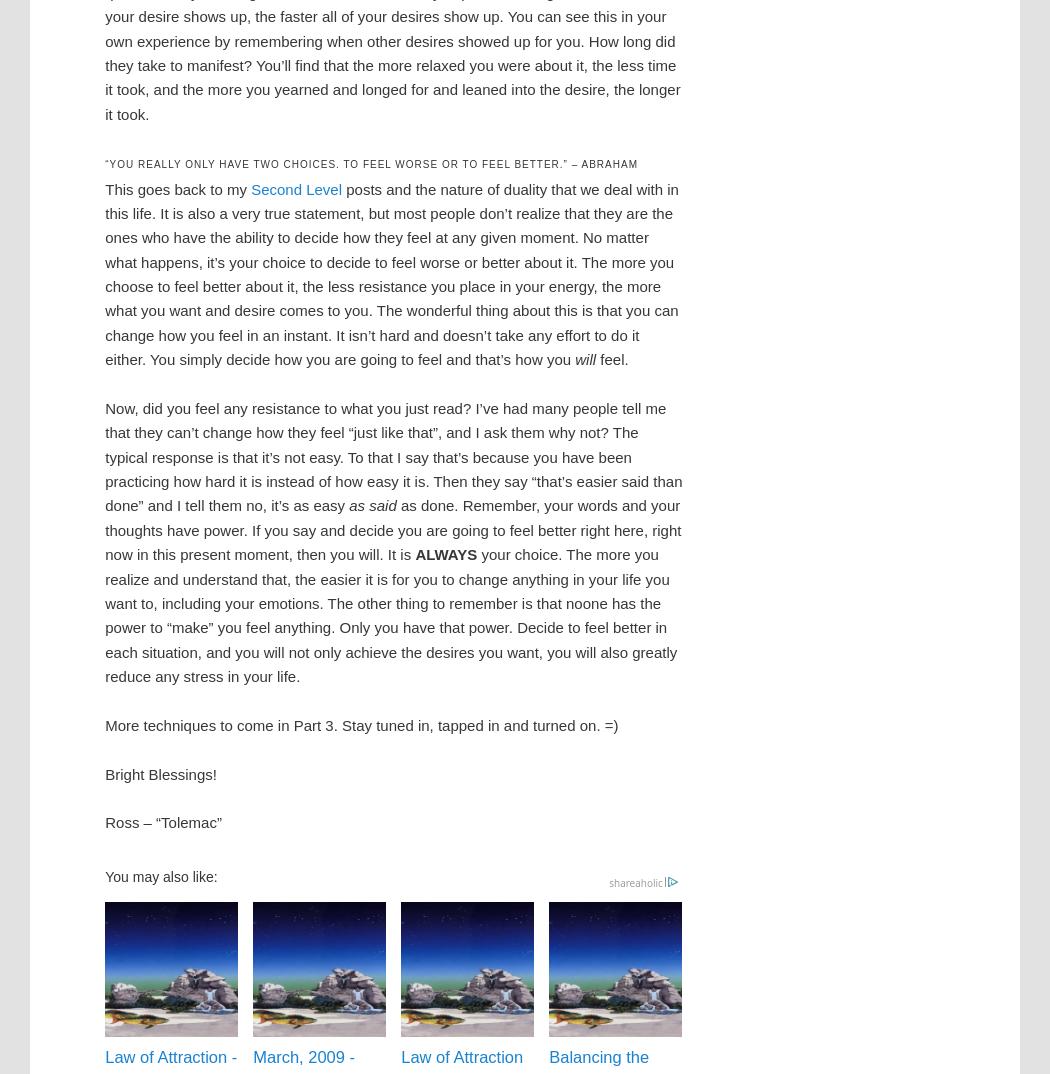  What do you see at coordinates (584, 358) in the screenshot?
I see `'will'` at bounding box center [584, 358].